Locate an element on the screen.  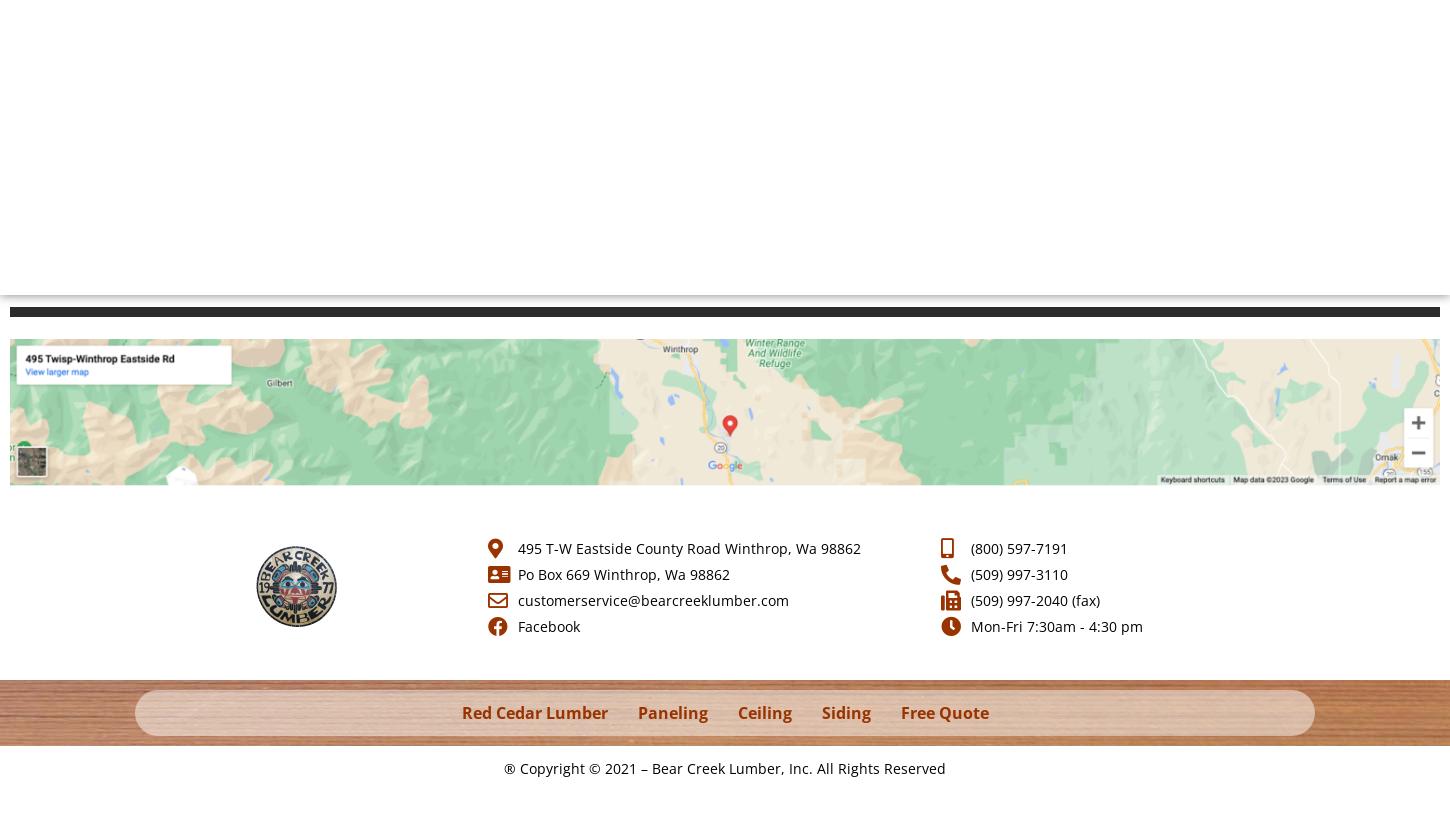
'Ceiling' is located at coordinates (764, 713).